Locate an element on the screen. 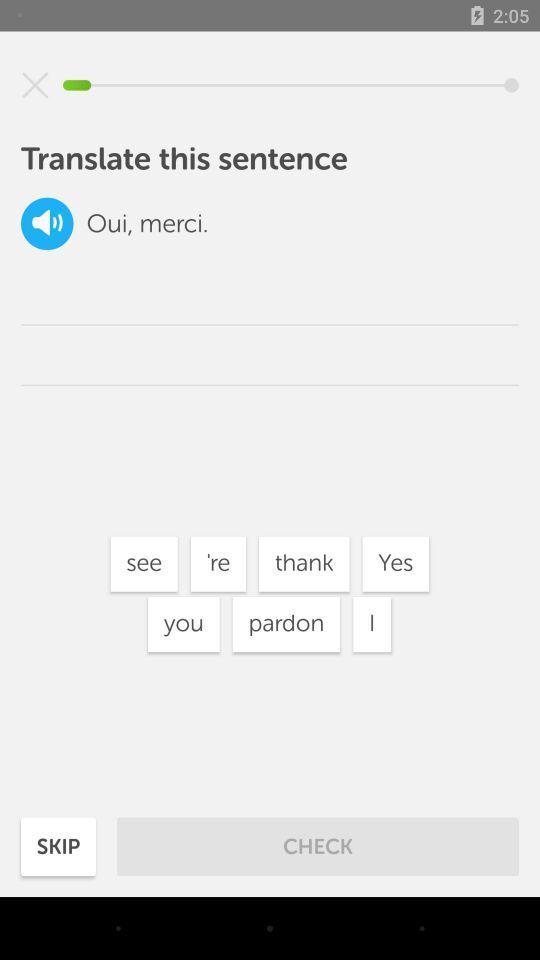 The width and height of the screenshot is (540, 960). item below the merci. item is located at coordinates (217, 564).